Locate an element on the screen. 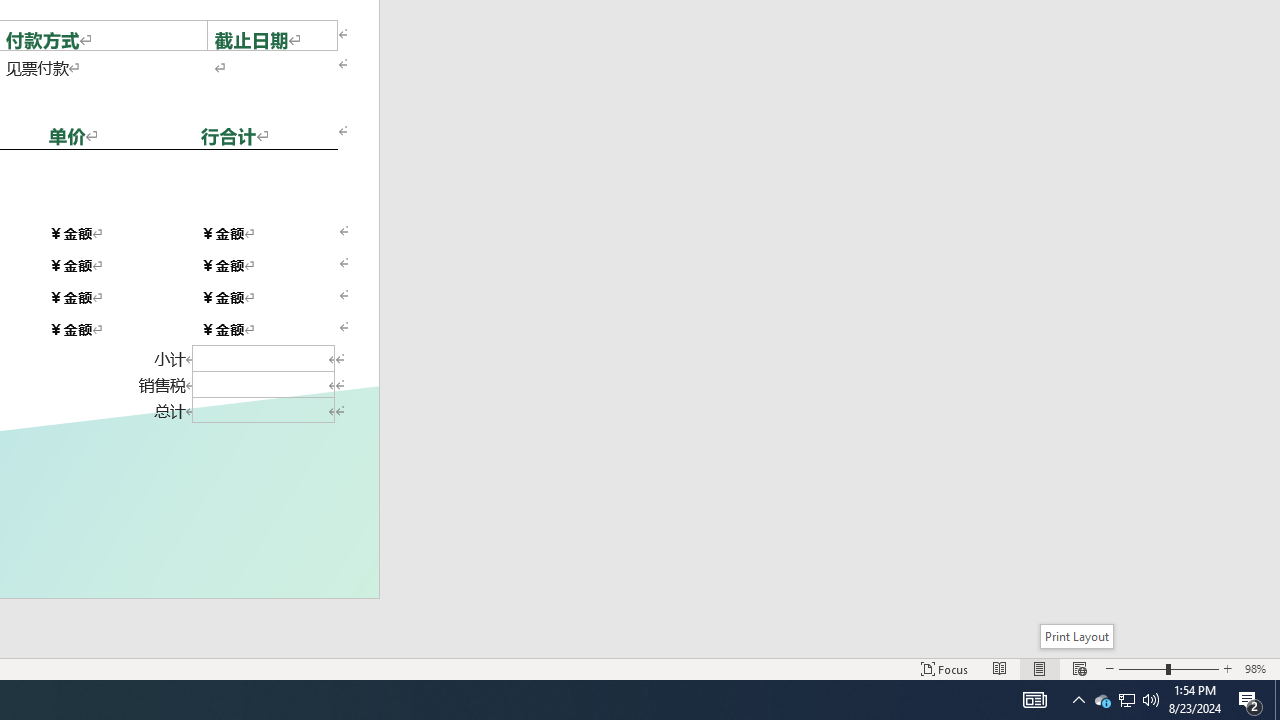 The height and width of the screenshot is (720, 1280). 'Zoom 98%' is located at coordinates (1257, 669).